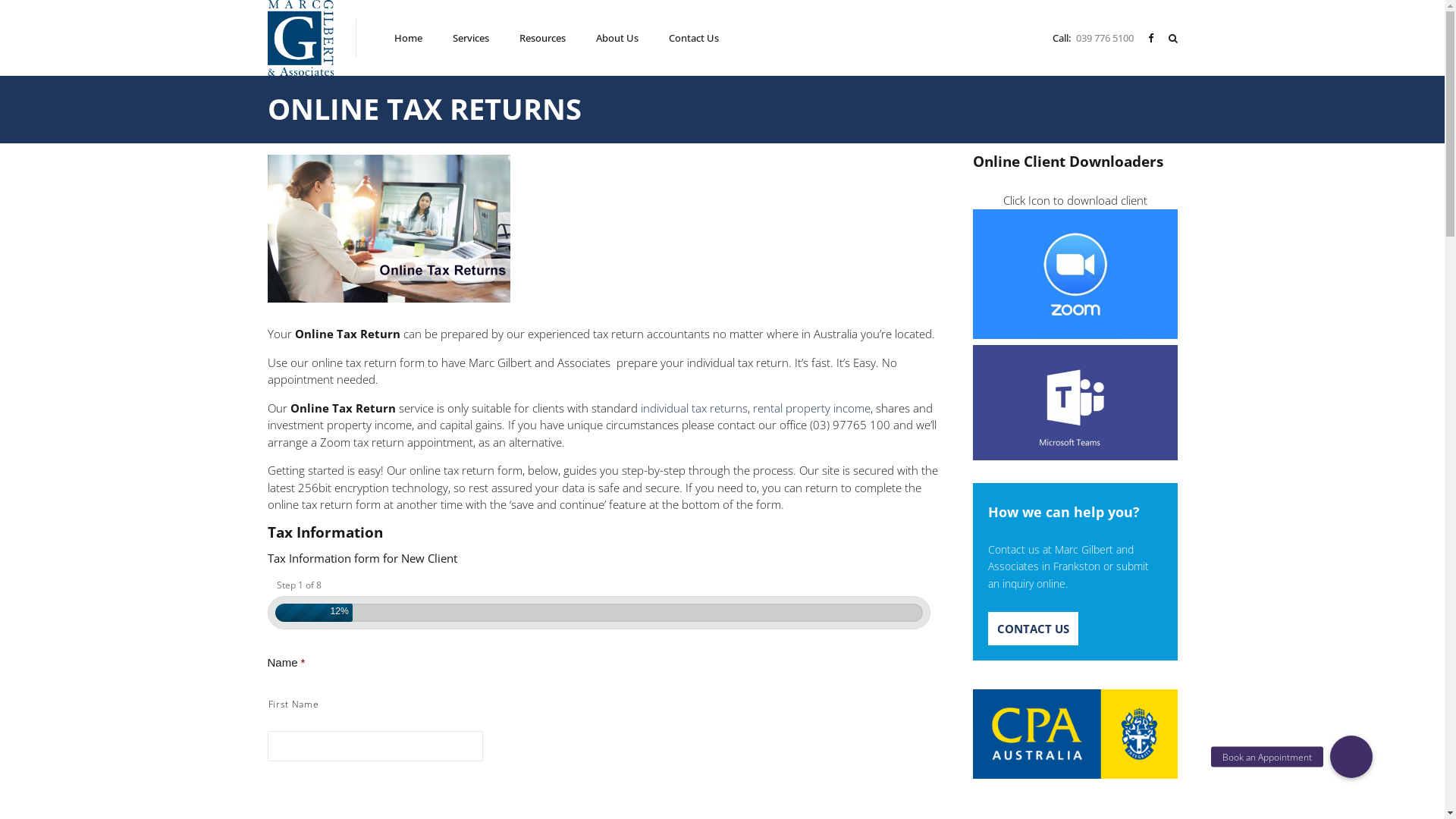 The width and height of the screenshot is (1456, 819). What do you see at coordinates (394, 37) in the screenshot?
I see `'Home'` at bounding box center [394, 37].